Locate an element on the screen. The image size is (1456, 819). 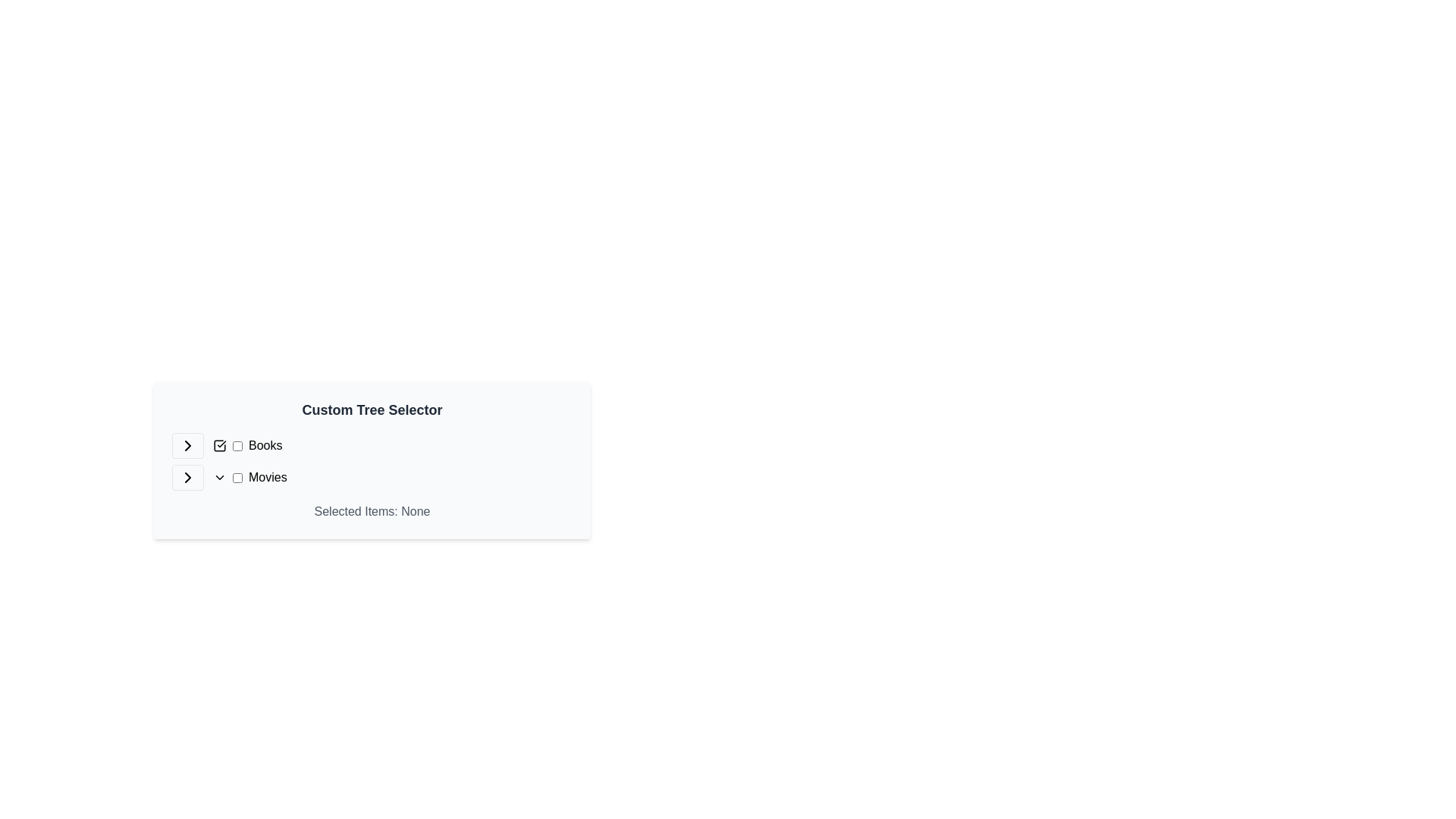
the rightward-pointing chevron arrow icon that is positioned to the left of the 'Movies' label and its checkbox is located at coordinates (187, 476).